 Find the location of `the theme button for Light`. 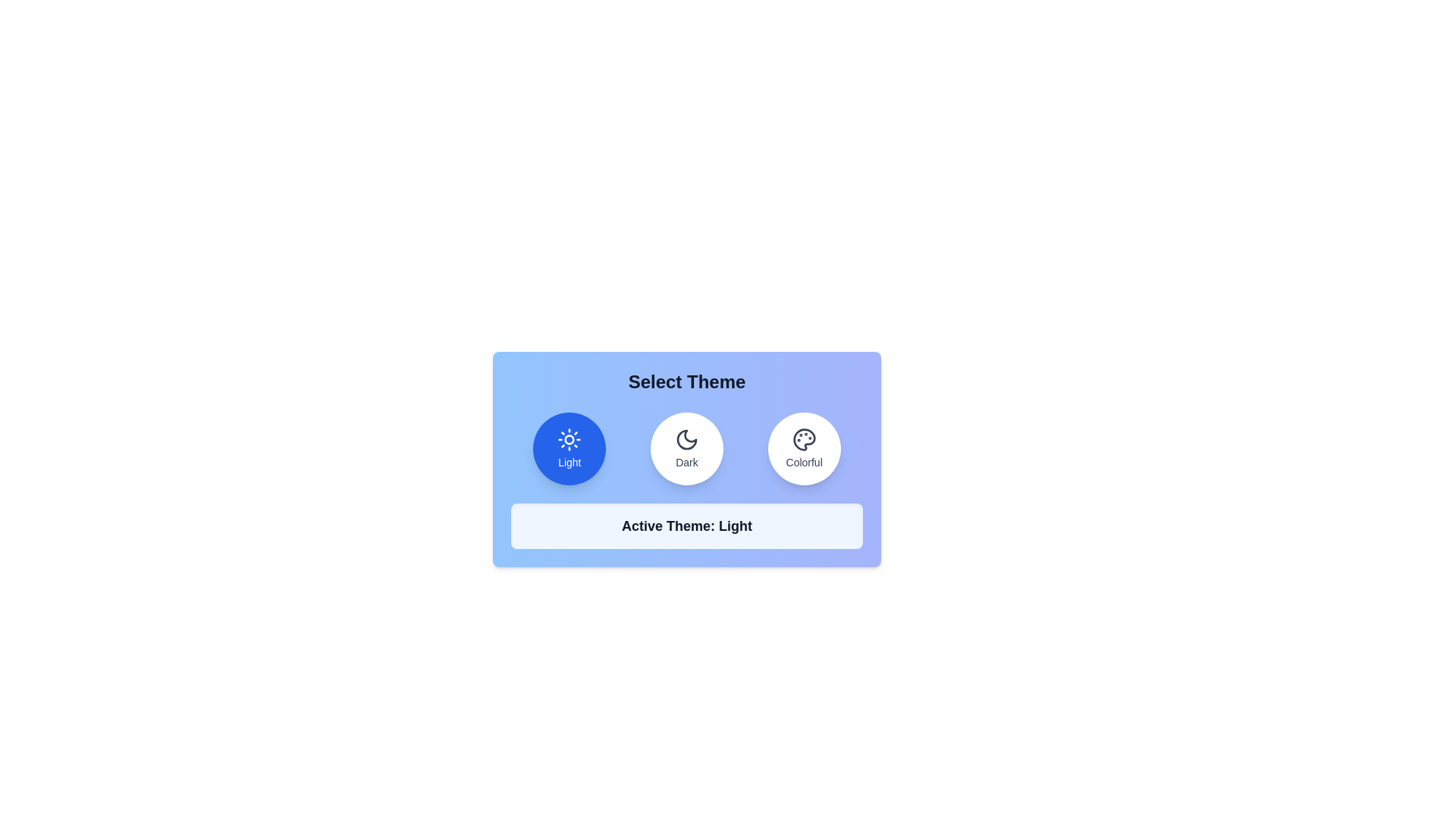

the theme button for Light is located at coordinates (569, 447).